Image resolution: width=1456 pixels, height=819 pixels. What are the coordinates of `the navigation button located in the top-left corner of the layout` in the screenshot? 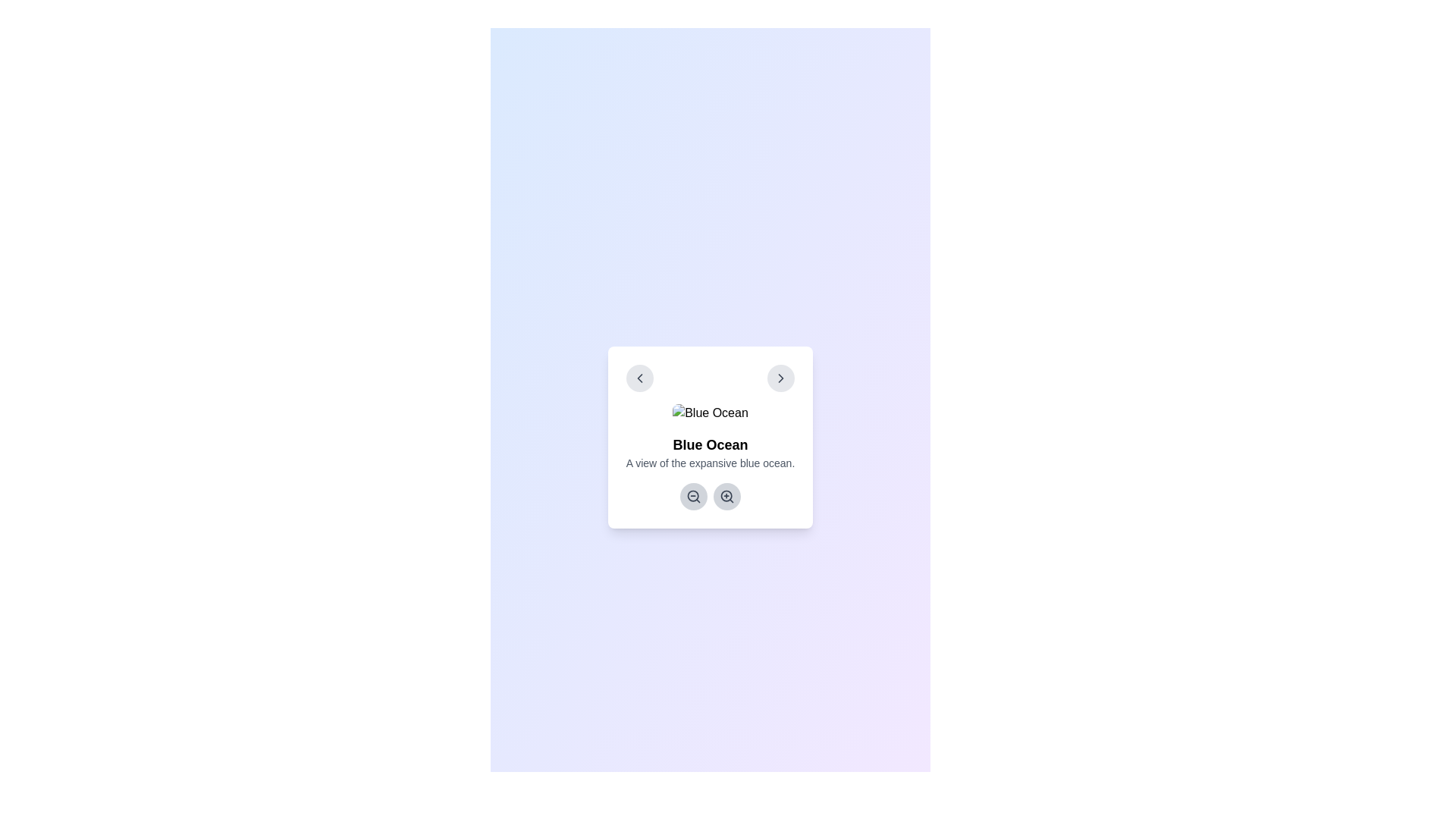 It's located at (639, 377).